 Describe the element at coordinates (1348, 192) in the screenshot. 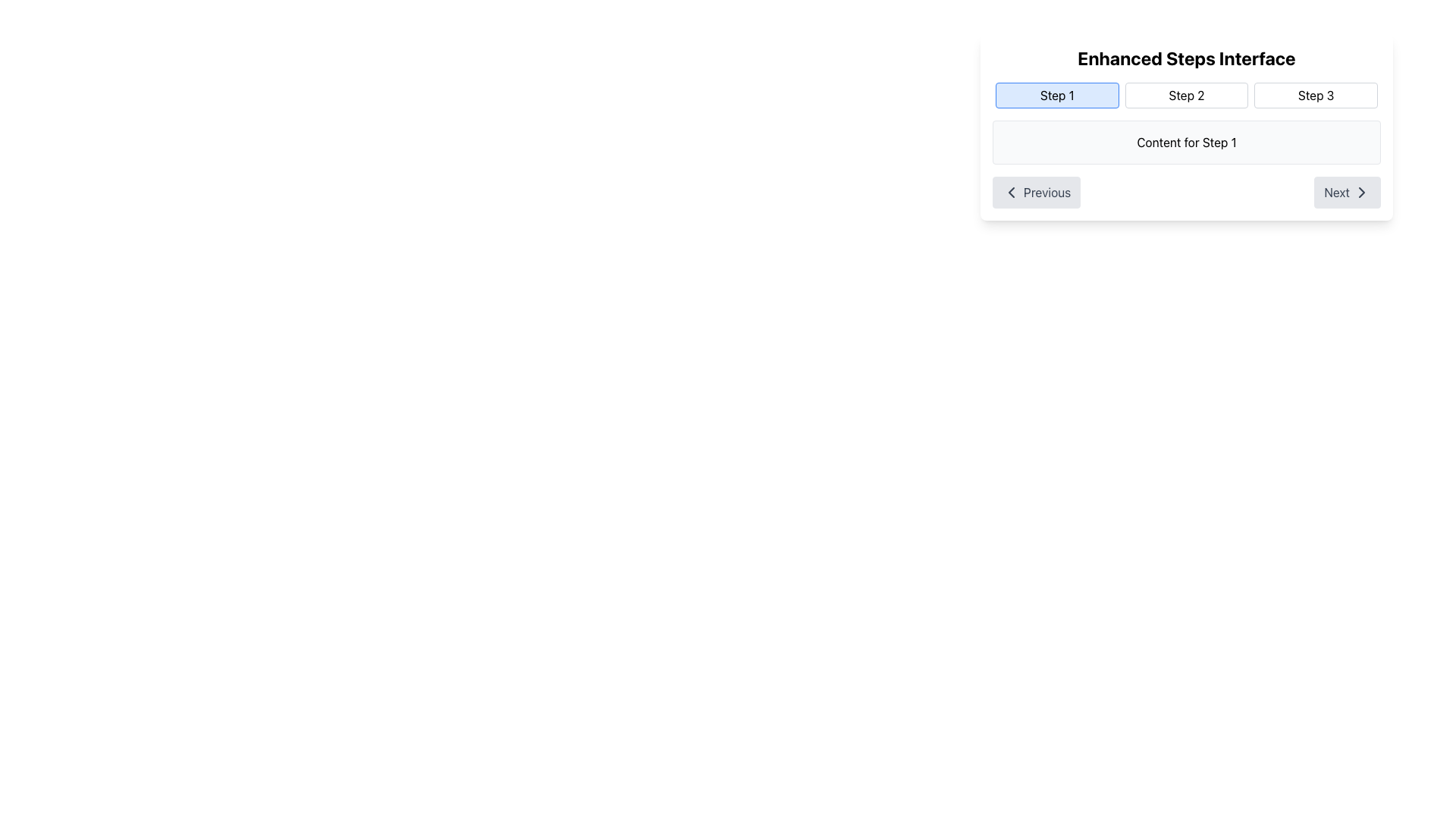

I see `the 'Next' button located at the bottom right of the interface, which is designed to navigate to the next step or page` at that location.